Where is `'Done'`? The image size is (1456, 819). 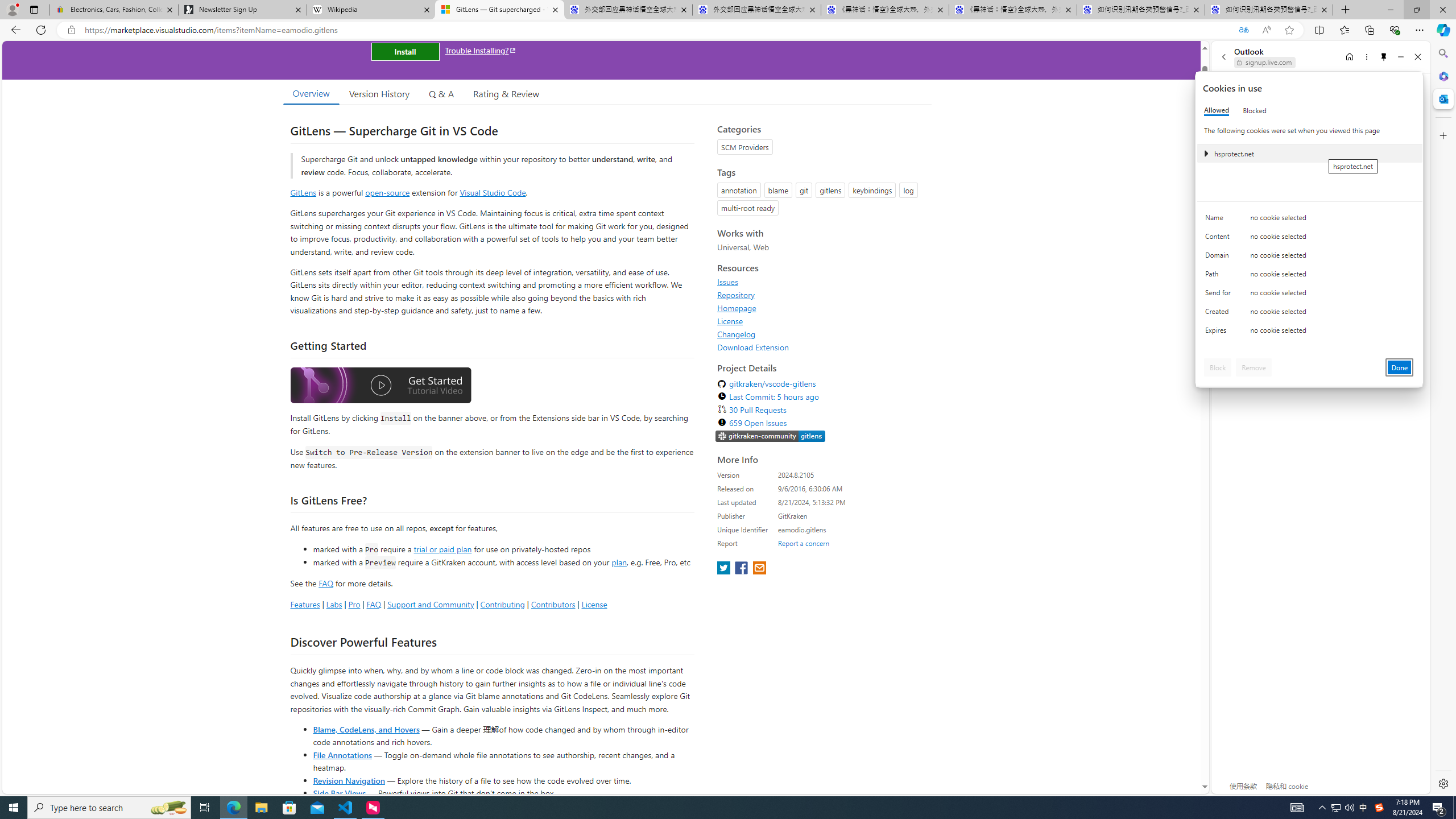 'Done' is located at coordinates (1400, 367).